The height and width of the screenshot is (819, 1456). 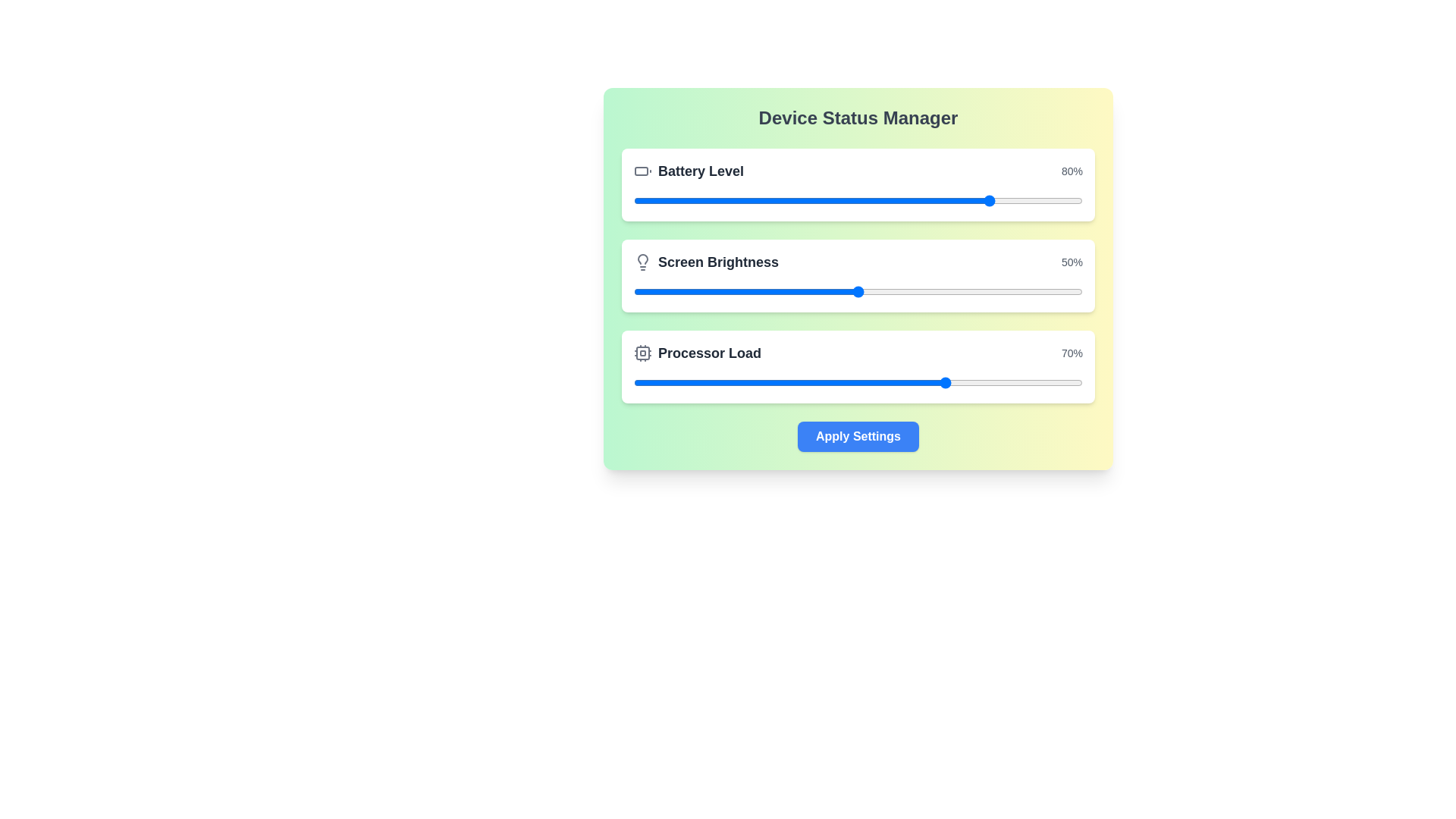 I want to click on the 'Confirm' button located at the bottom center of the green-and-yellow gradient card labeled 'Device Status Manager' to apply the settings for battery level, brightness, and processor load, so click(x=858, y=436).